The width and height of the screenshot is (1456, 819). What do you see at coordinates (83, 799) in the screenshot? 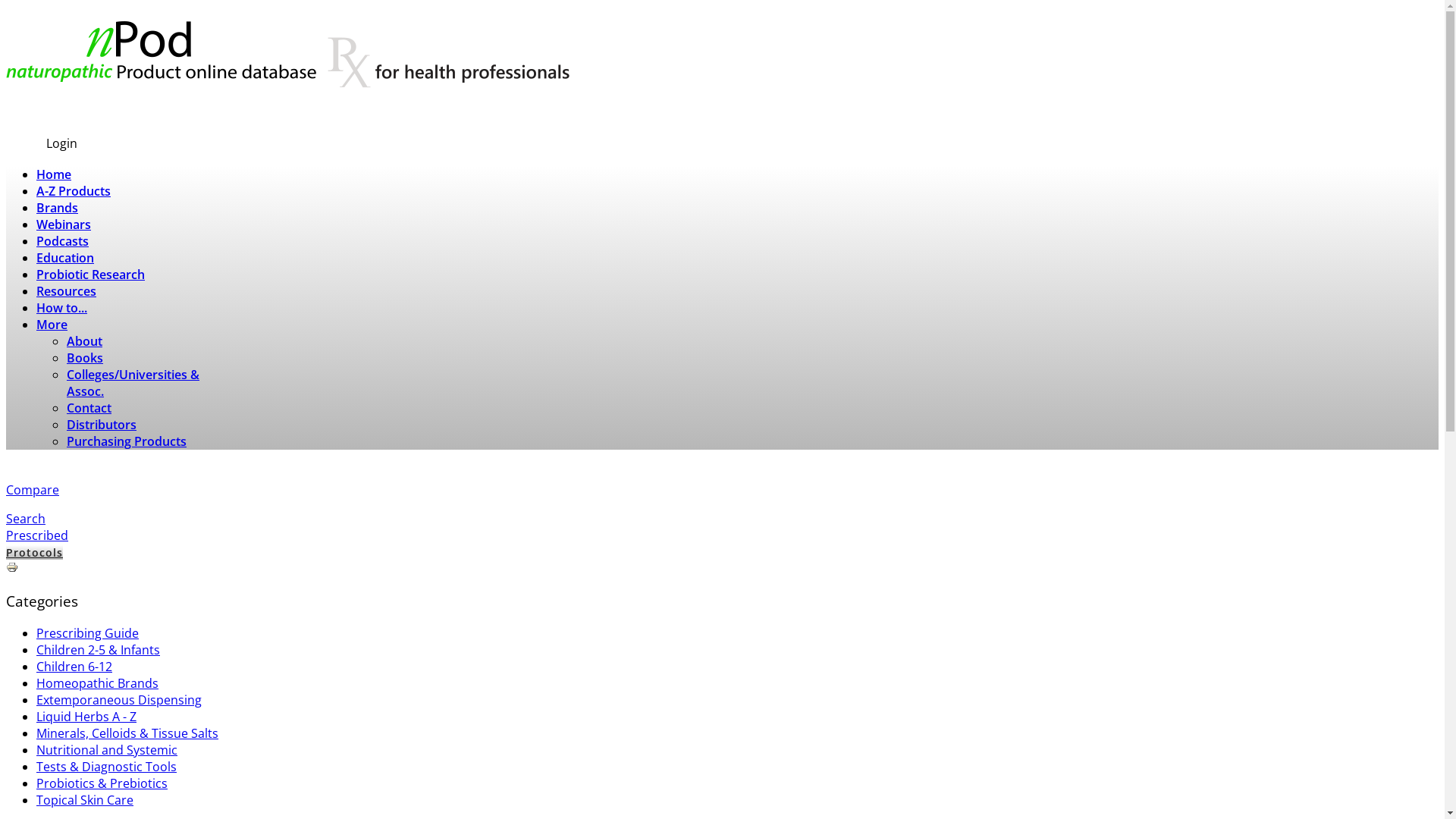
I see `'Topical Skin Care'` at bounding box center [83, 799].